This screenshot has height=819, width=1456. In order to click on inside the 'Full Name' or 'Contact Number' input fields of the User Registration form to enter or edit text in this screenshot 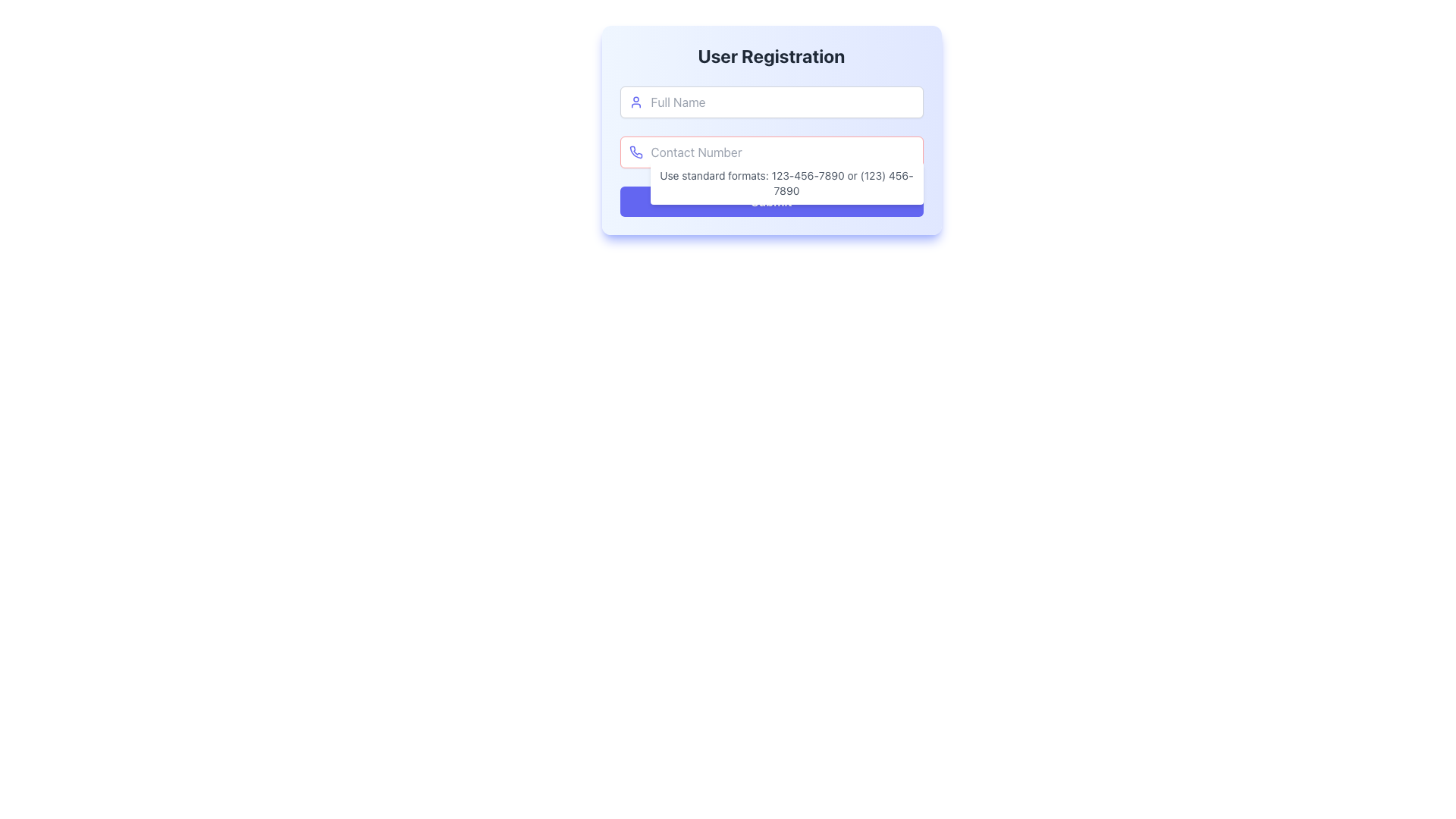, I will do `click(771, 130)`.